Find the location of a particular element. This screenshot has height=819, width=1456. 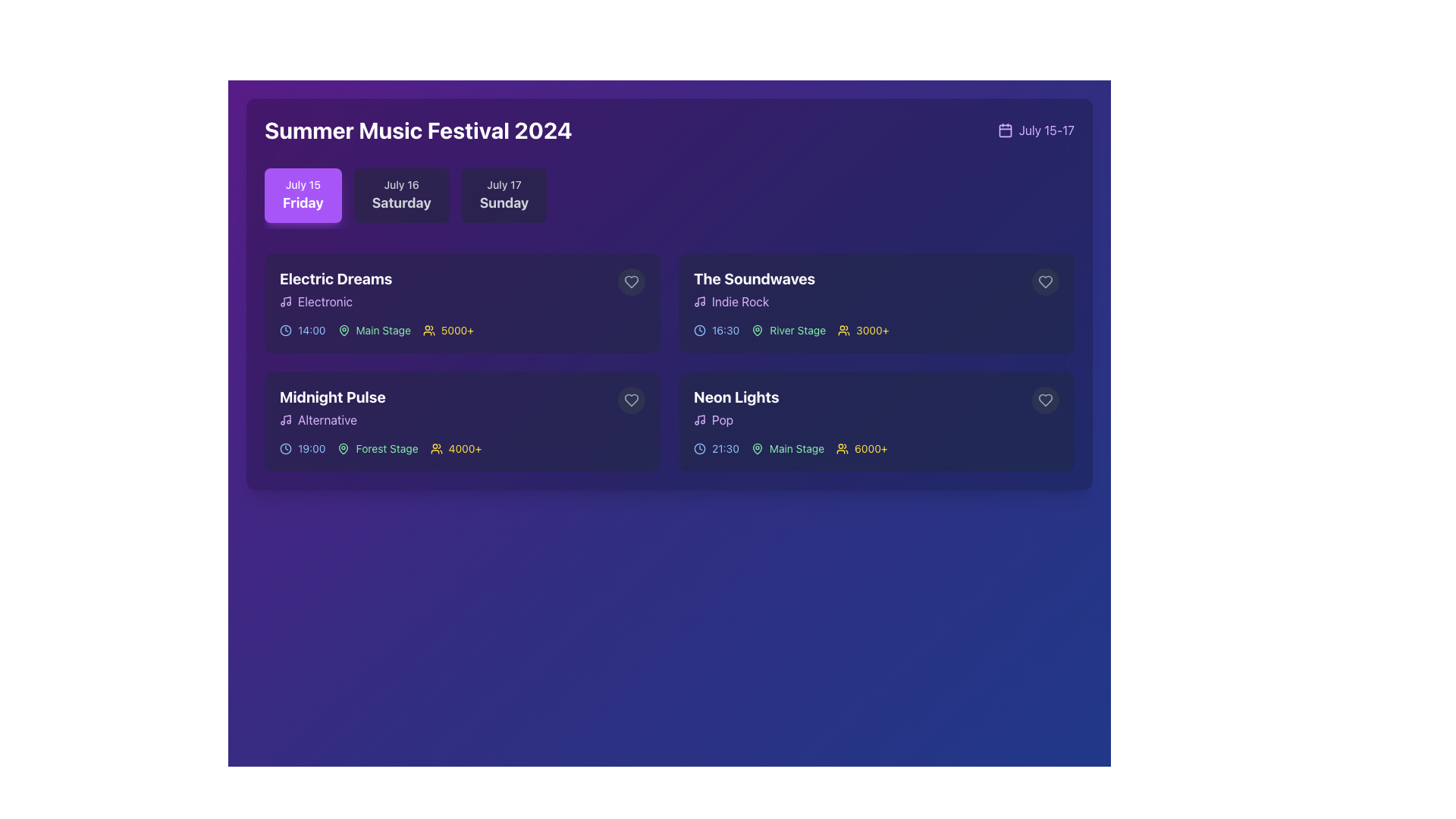

the static label displaying 'Indie Rock' with a purple hue and a music note icon is located at coordinates (755, 301).